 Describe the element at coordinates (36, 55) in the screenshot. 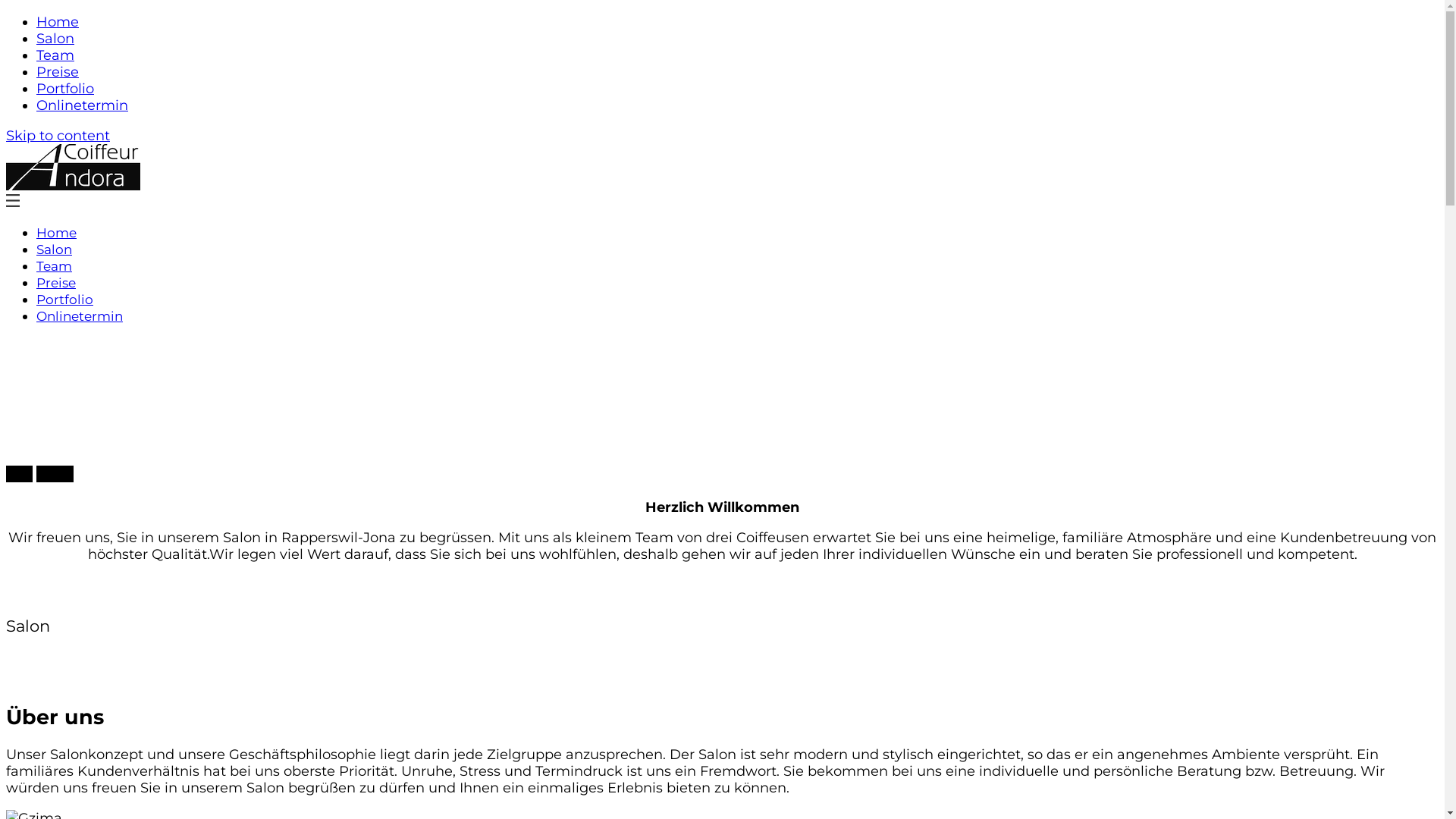

I see `'Team'` at that location.